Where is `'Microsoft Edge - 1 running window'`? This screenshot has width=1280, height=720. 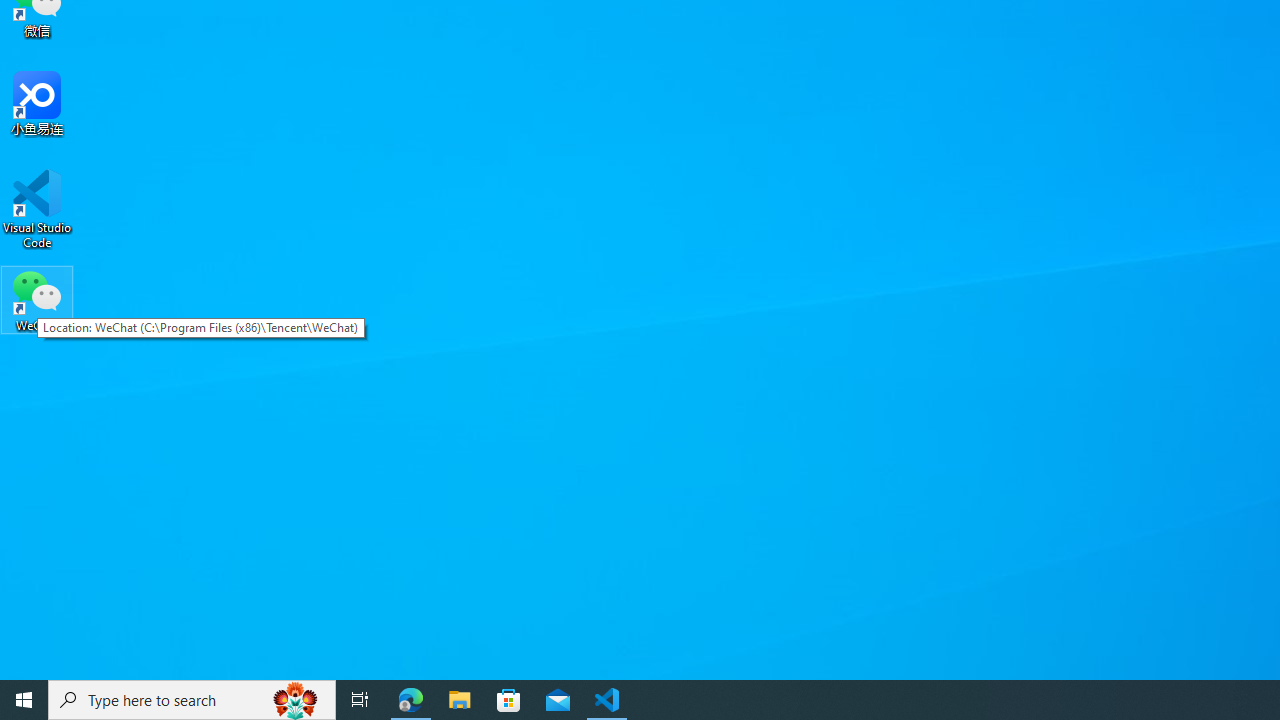 'Microsoft Edge - 1 running window' is located at coordinates (410, 698).